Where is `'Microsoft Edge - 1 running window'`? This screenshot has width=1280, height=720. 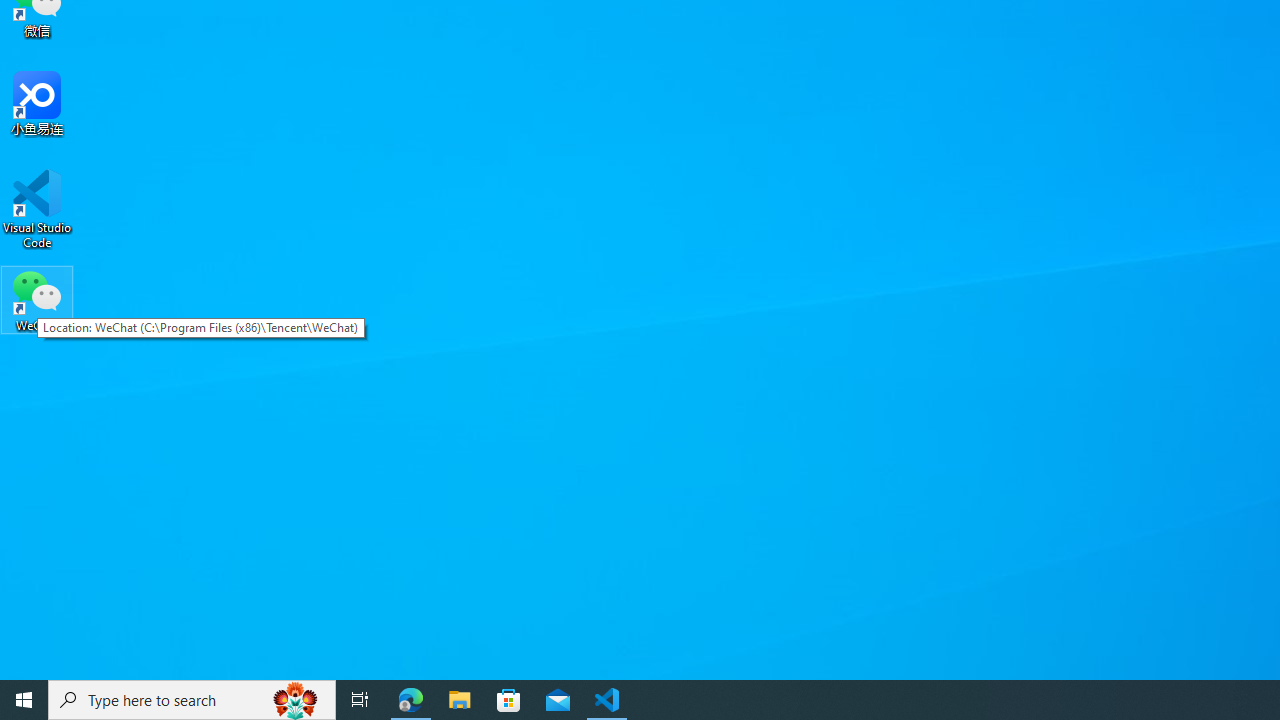 'Microsoft Edge - 1 running window' is located at coordinates (410, 698).